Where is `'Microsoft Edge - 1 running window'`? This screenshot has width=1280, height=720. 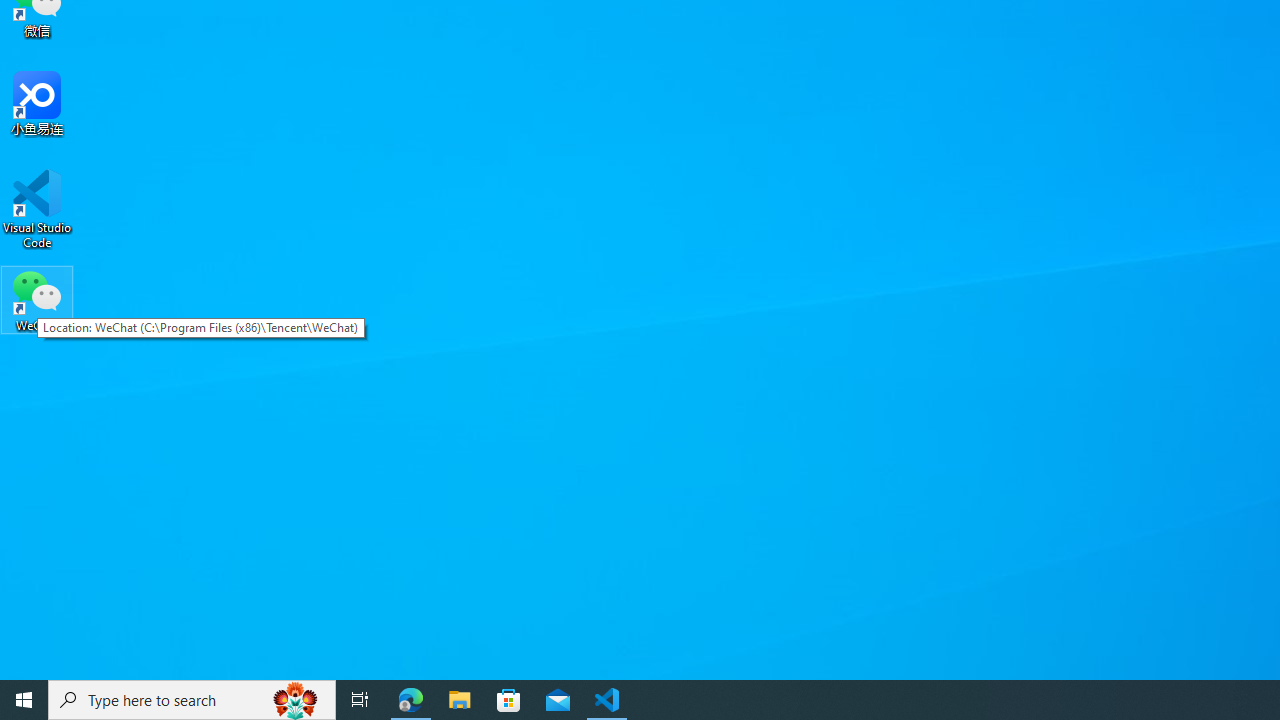 'Microsoft Edge - 1 running window' is located at coordinates (410, 698).